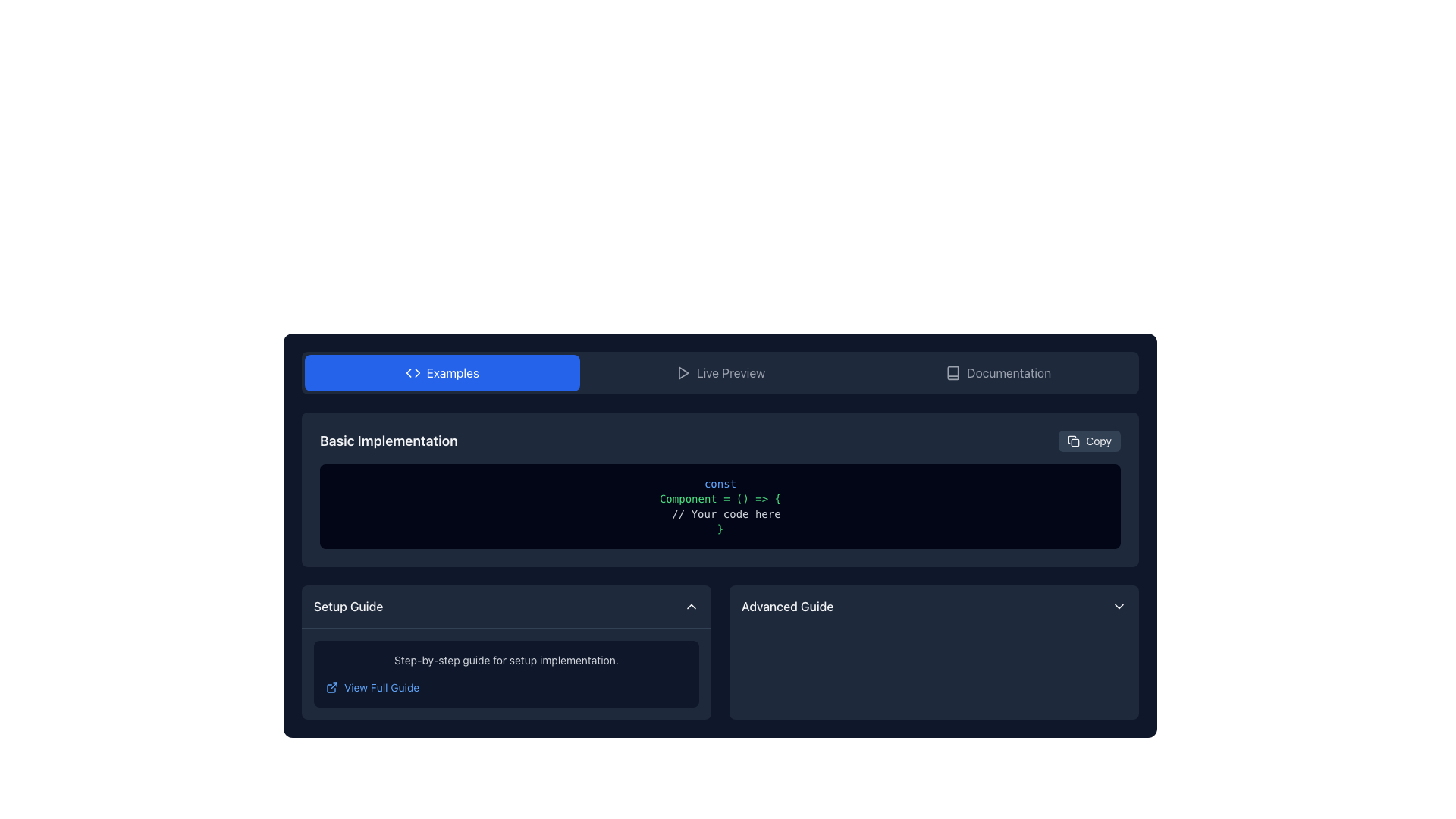  I want to click on the 'Copy' button with a dark slate background and rounded corners located in the top-right corner of the 'Basic Implementation' section to copy content, so click(1089, 441).